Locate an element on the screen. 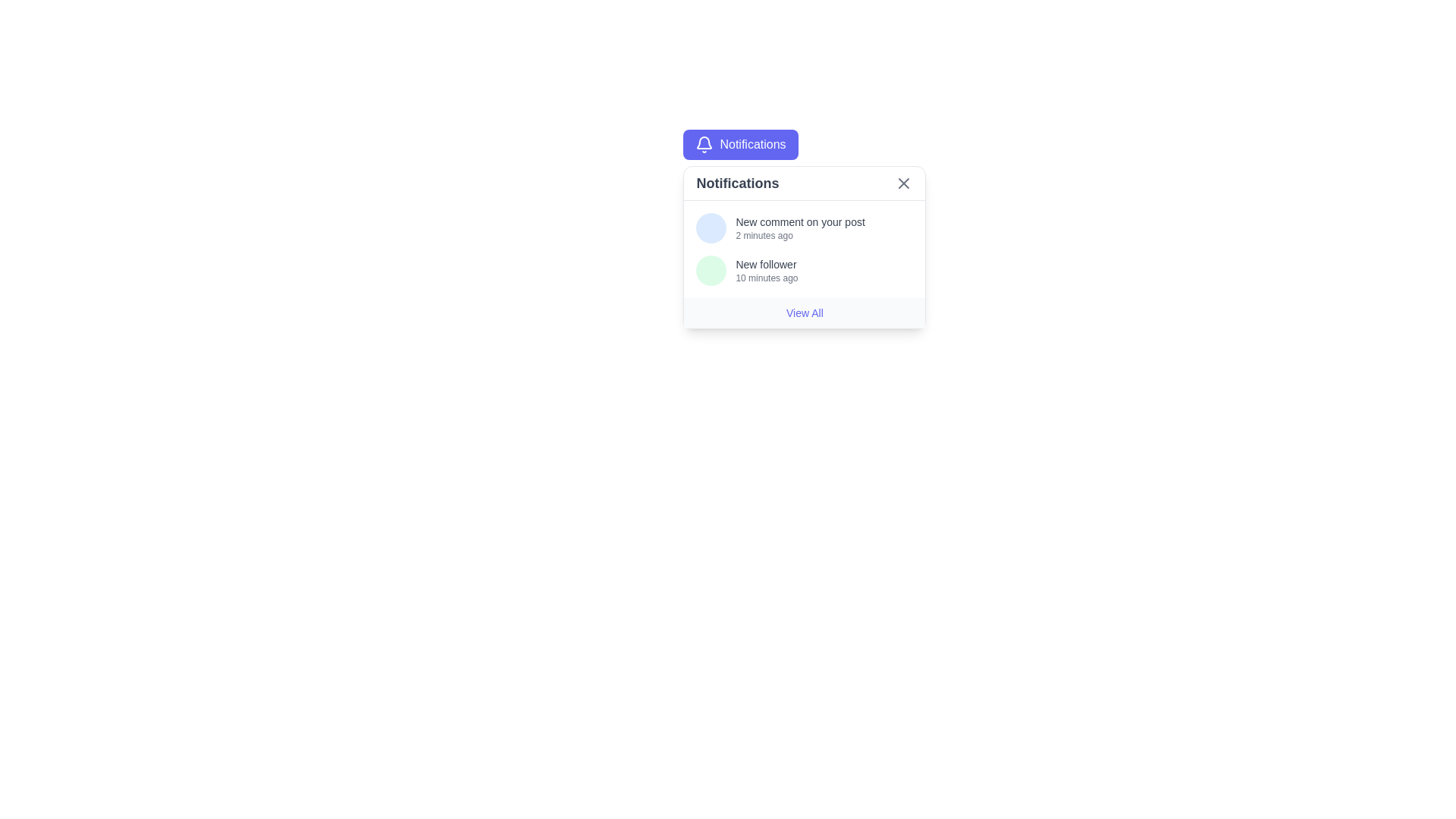  notification containing the text 'New comment on your post' located in the upper-right notification area, positioned next to a circular icon is located at coordinates (799, 227).